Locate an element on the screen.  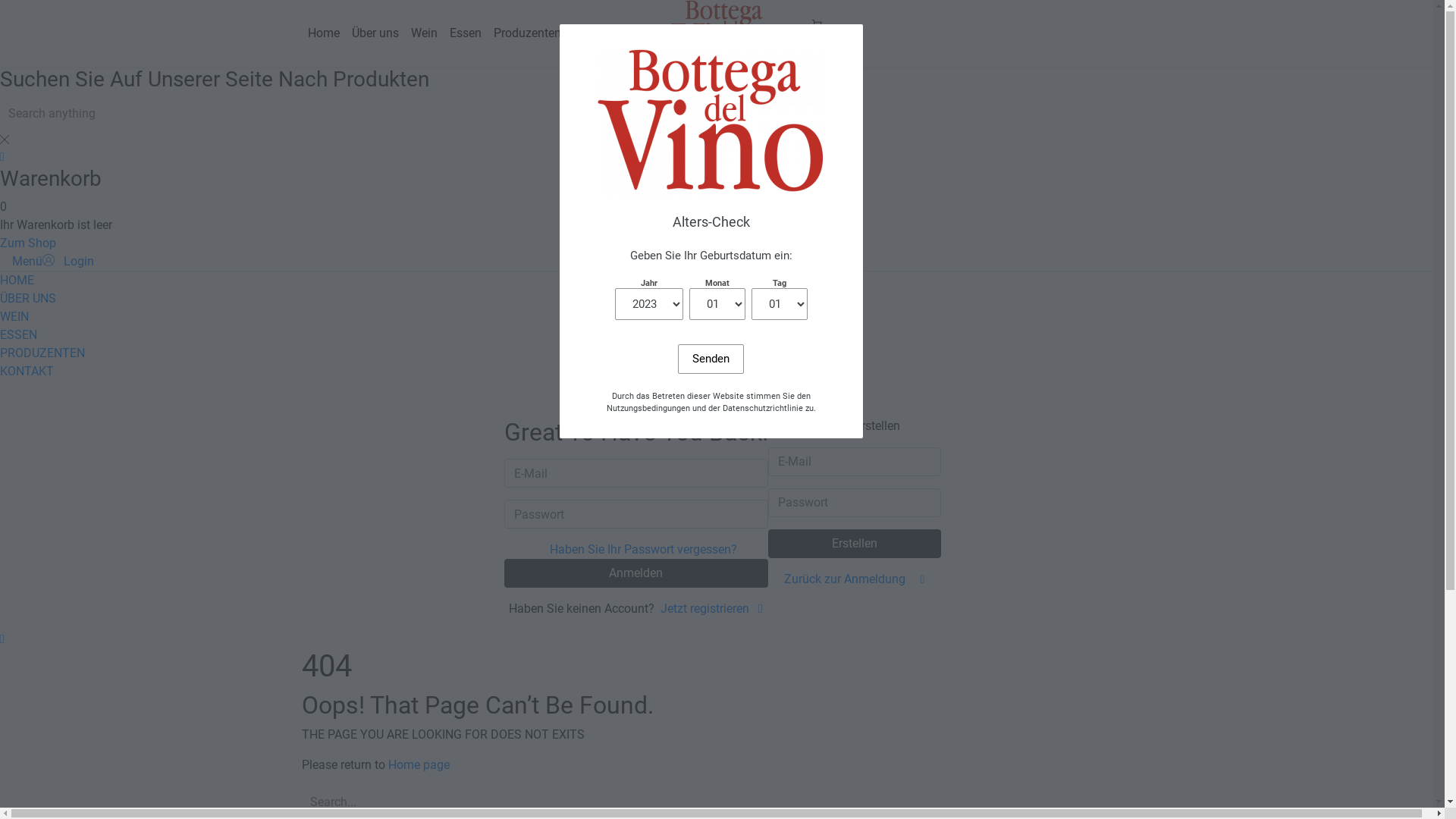
'Produzenten' is located at coordinates (526, 33).